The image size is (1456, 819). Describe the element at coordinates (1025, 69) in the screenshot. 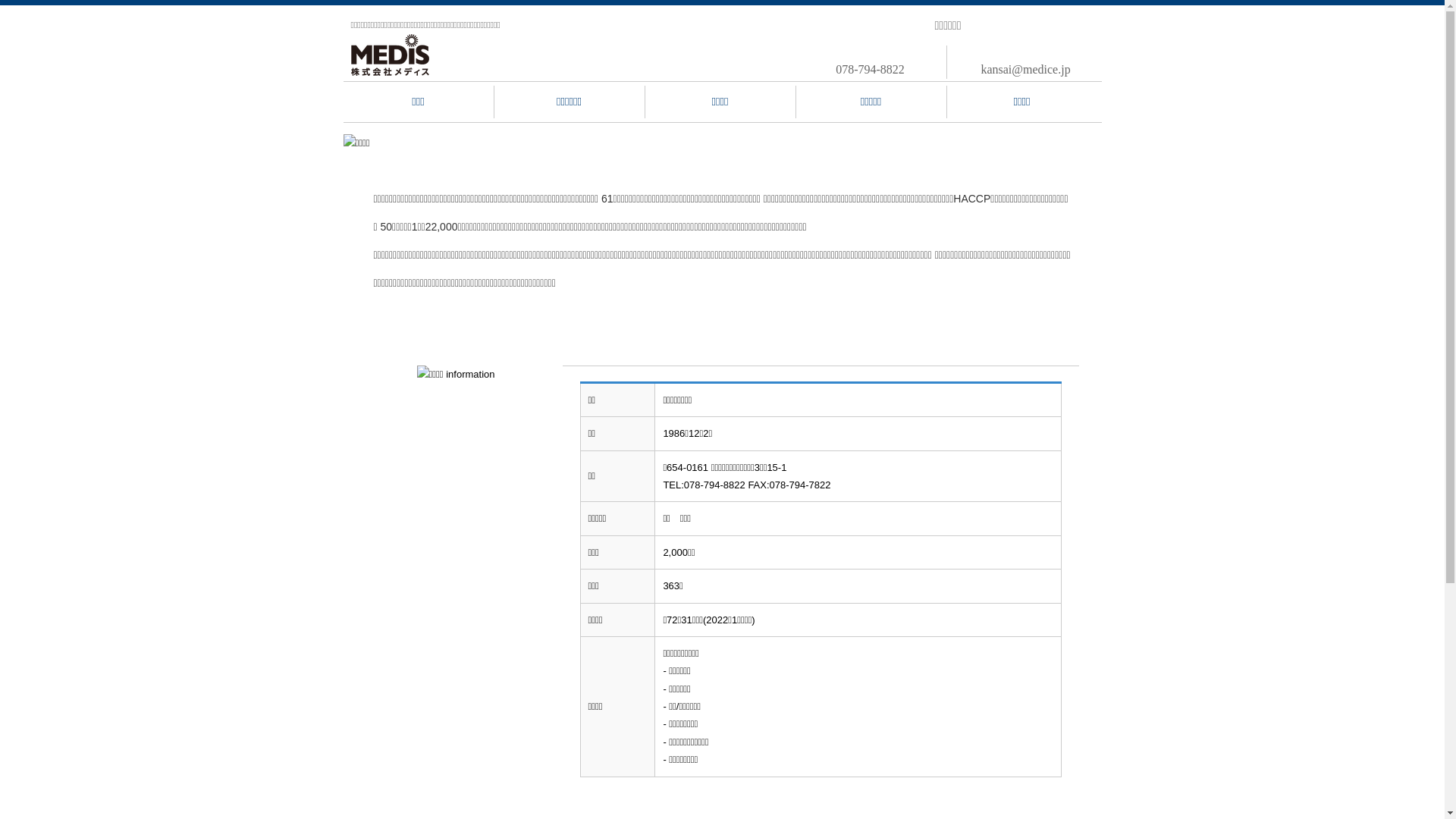

I see `'kansai@medice.jp'` at that location.